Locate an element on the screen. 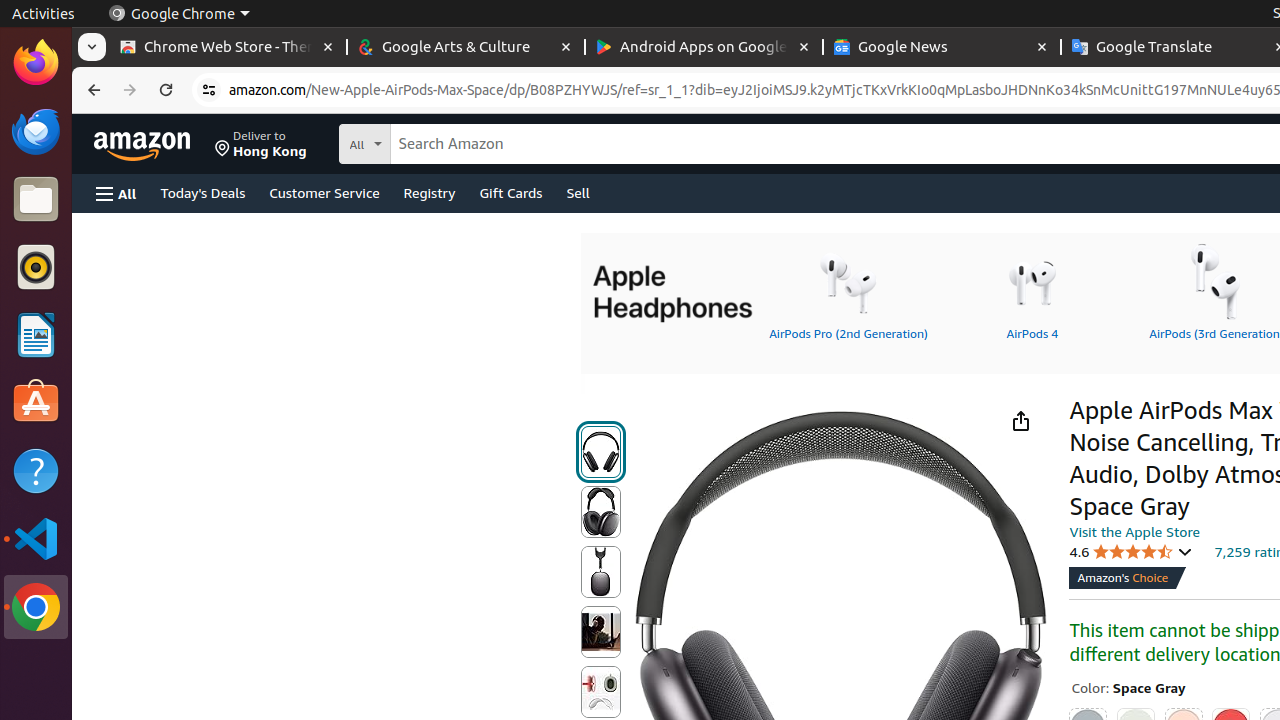 This screenshot has height=720, width=1280. 'Help' is located at coordinates (35, 471).